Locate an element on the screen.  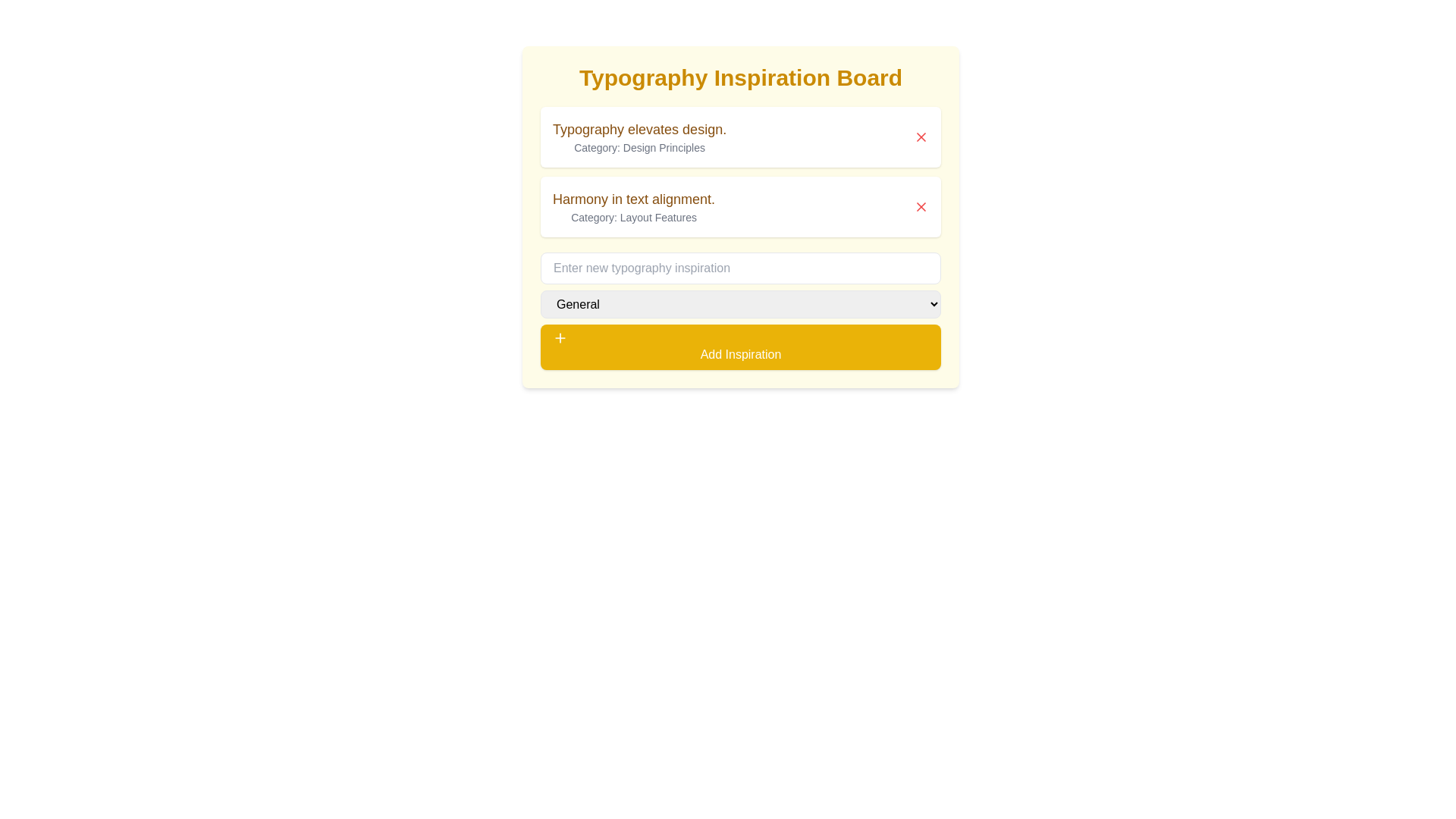
the 'Add Inspiration' button with a yellow background and white text, located at the bottom of the 'Typography Inspiration Board' panel is located at coordinates (741, 347).